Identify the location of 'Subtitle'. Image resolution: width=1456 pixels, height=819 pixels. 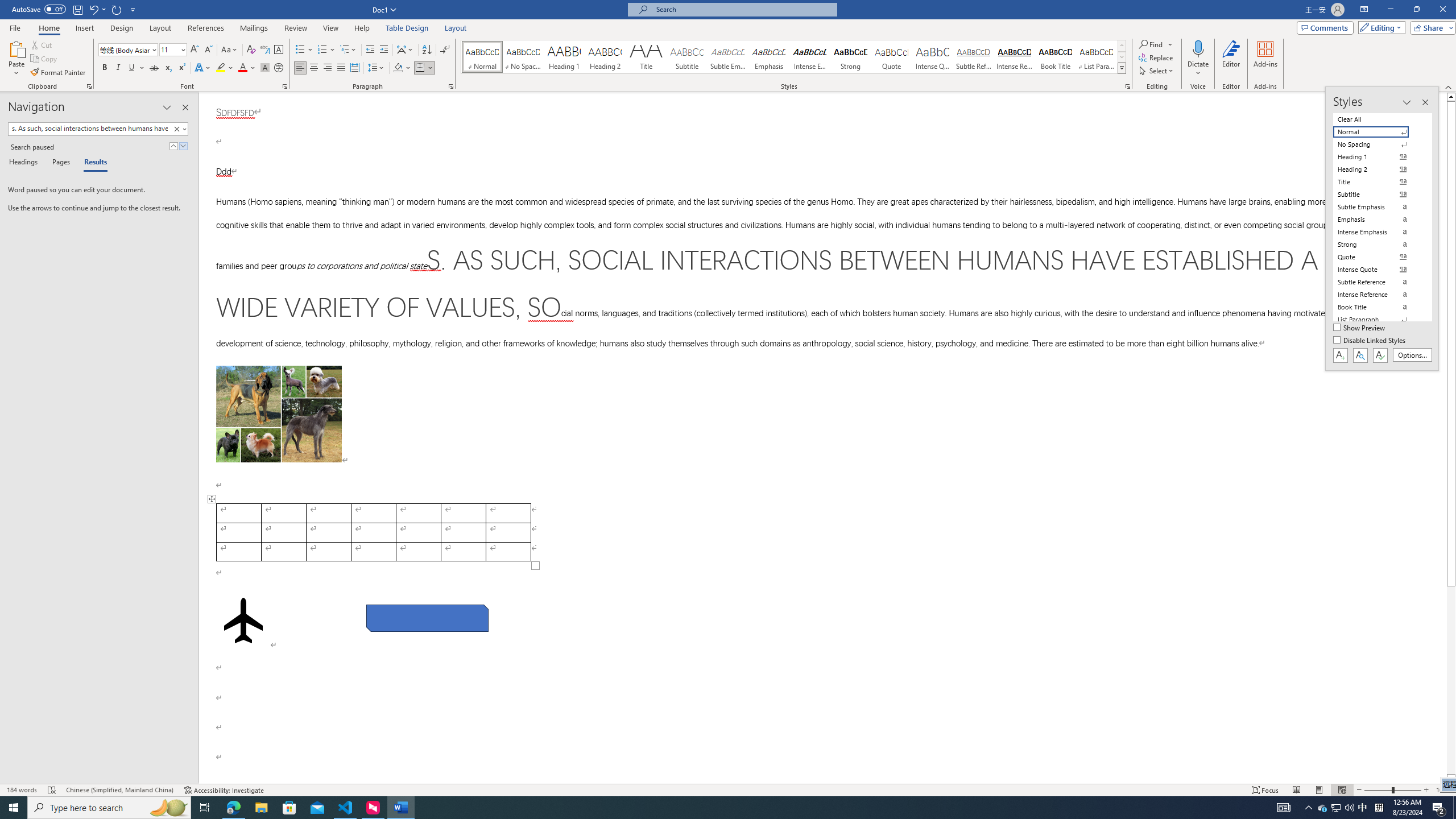
(686, 56).